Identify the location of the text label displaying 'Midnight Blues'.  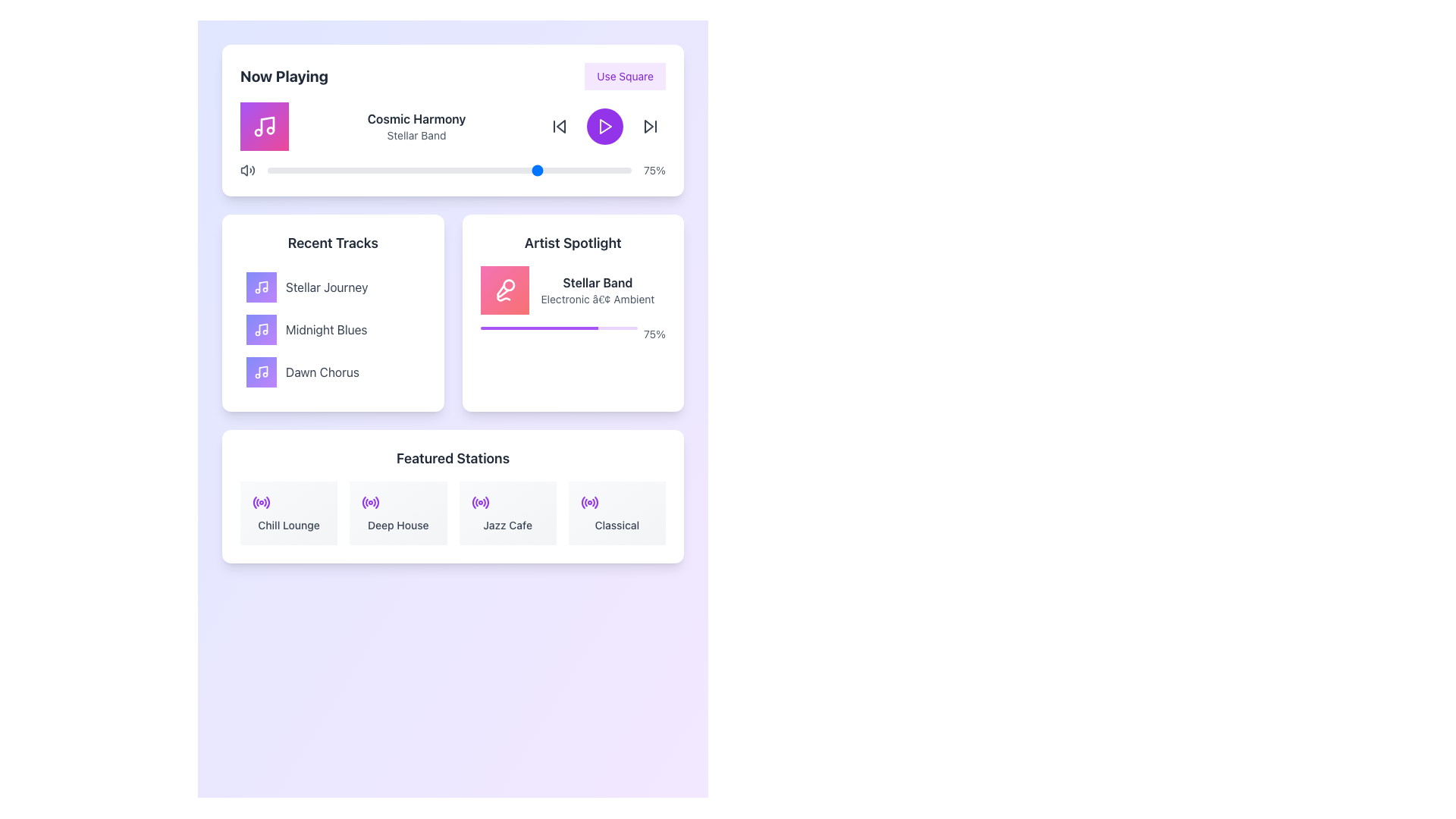
(325, 329).